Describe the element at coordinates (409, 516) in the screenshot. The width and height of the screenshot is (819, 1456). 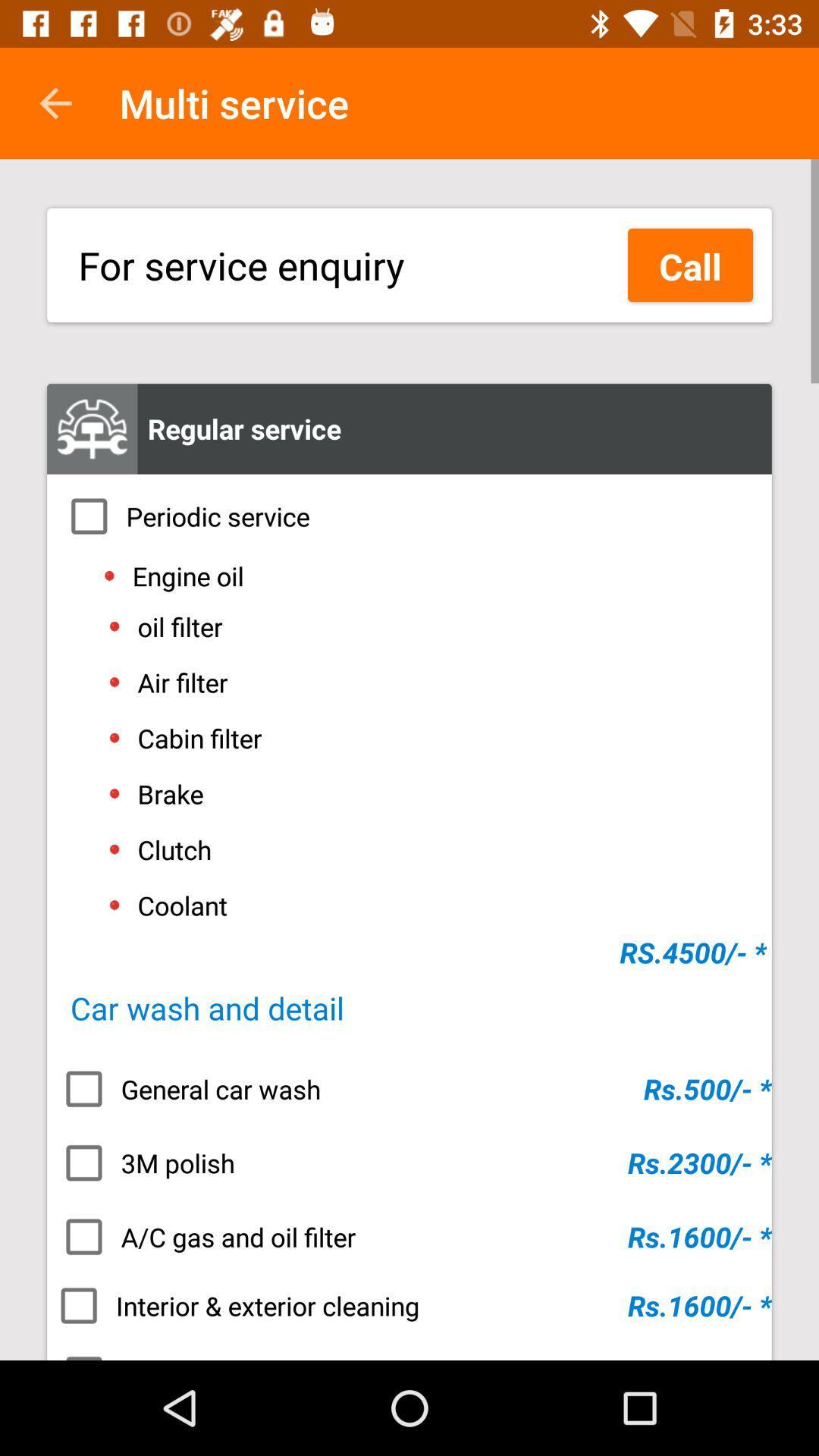
I see `the periodic service icon` at that location.